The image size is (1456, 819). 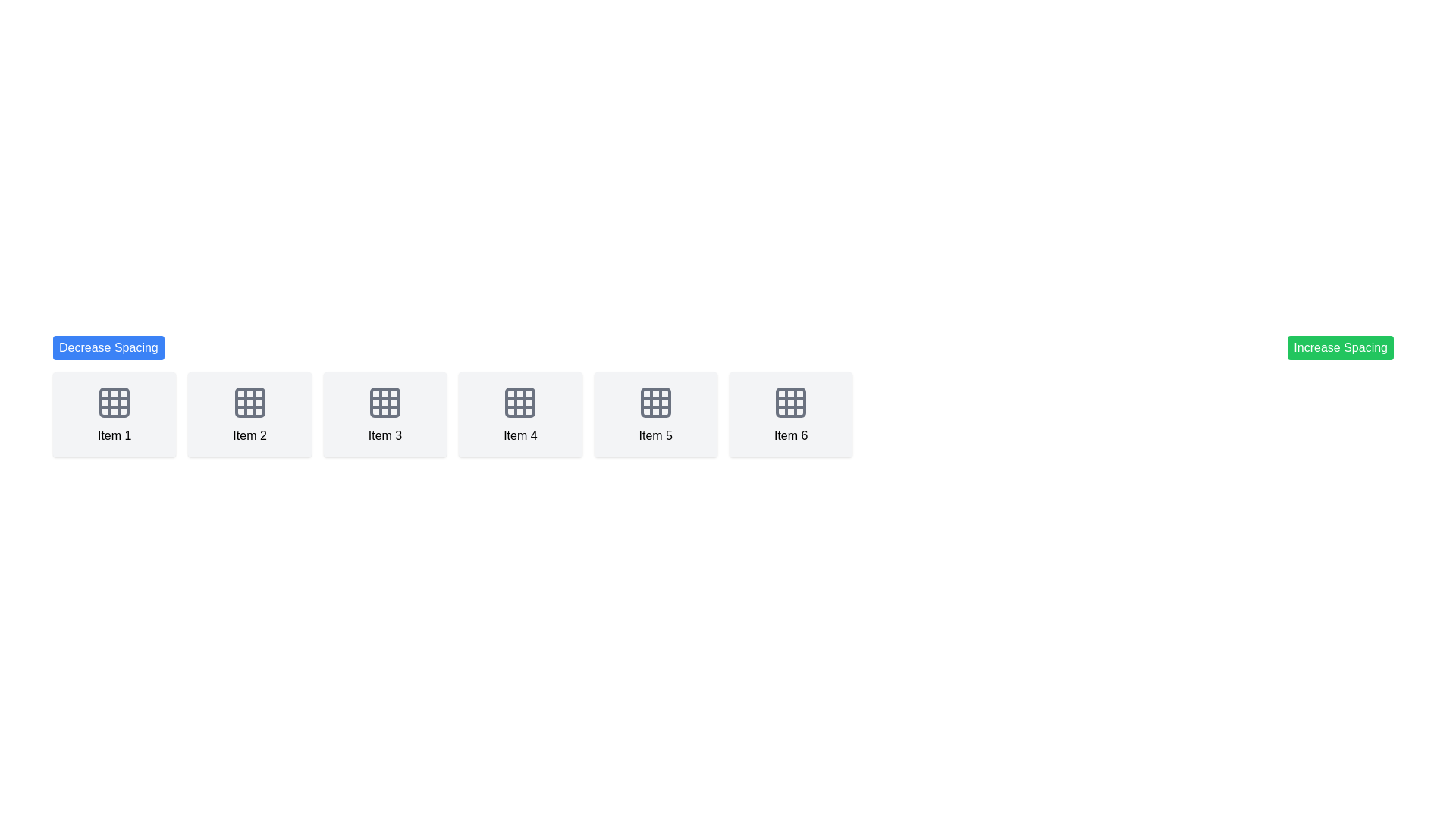 What do you see at coordinates (249, 402) in the screenshot?
I see `the central rounded square of the icon representing 'Item 2'` at bounding box center [249, 402].